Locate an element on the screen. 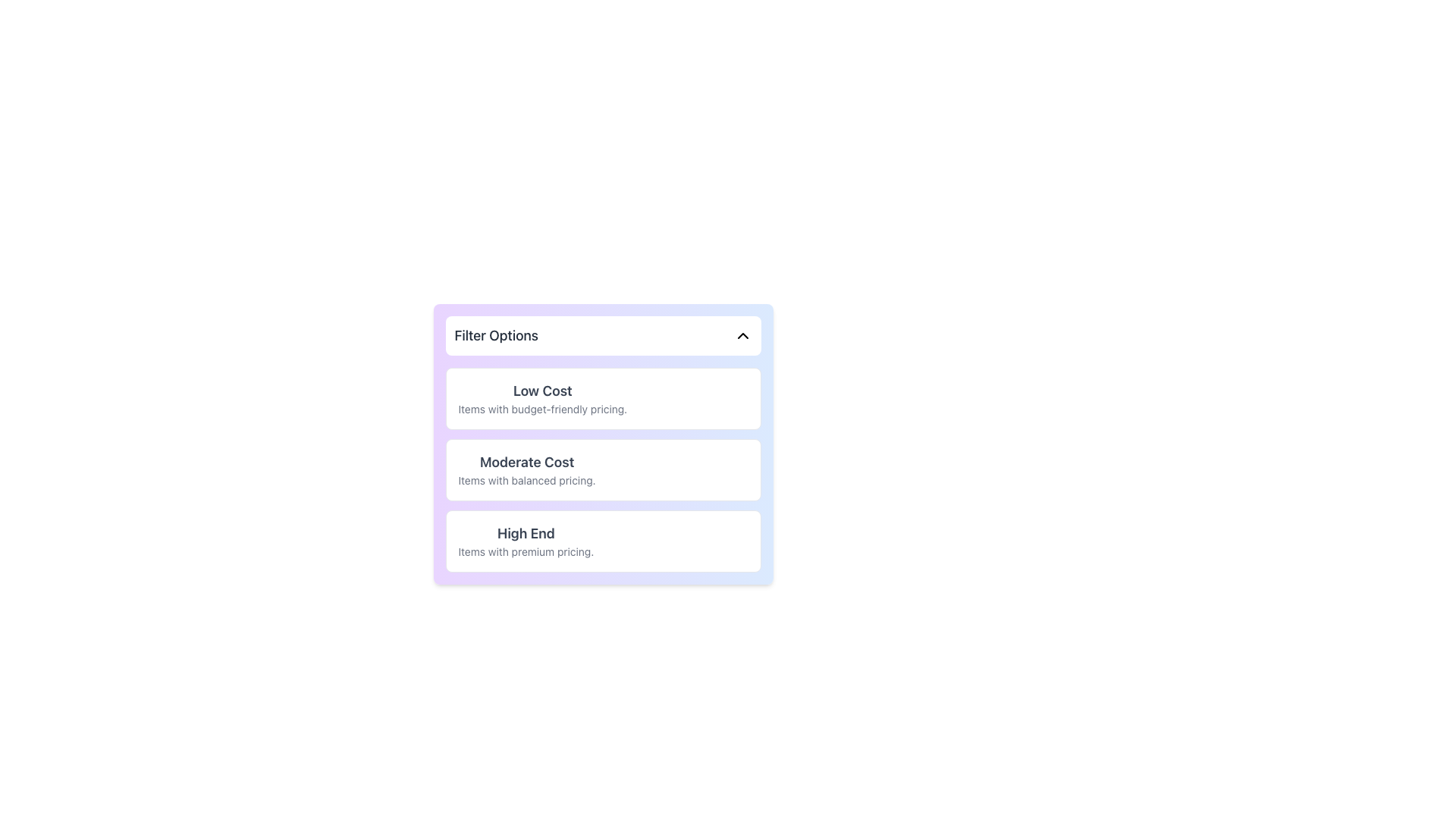  to select the 'High End' filter option in the filter list, which is the third item and located centrally inside a white rectangle with rounded corners is located at coordinates (526, 540).